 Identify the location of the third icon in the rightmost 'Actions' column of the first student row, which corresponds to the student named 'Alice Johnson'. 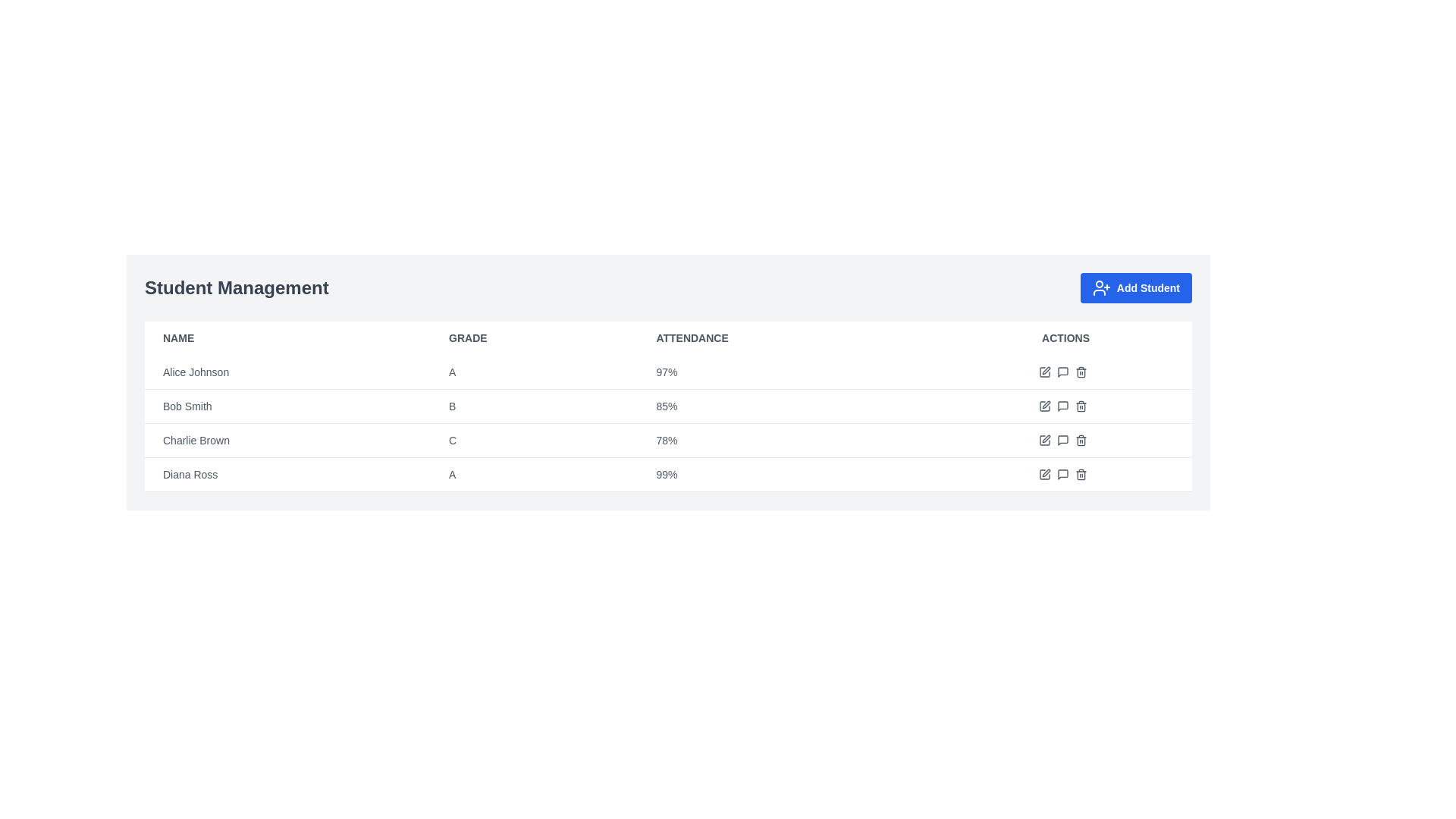
(1065, 372).